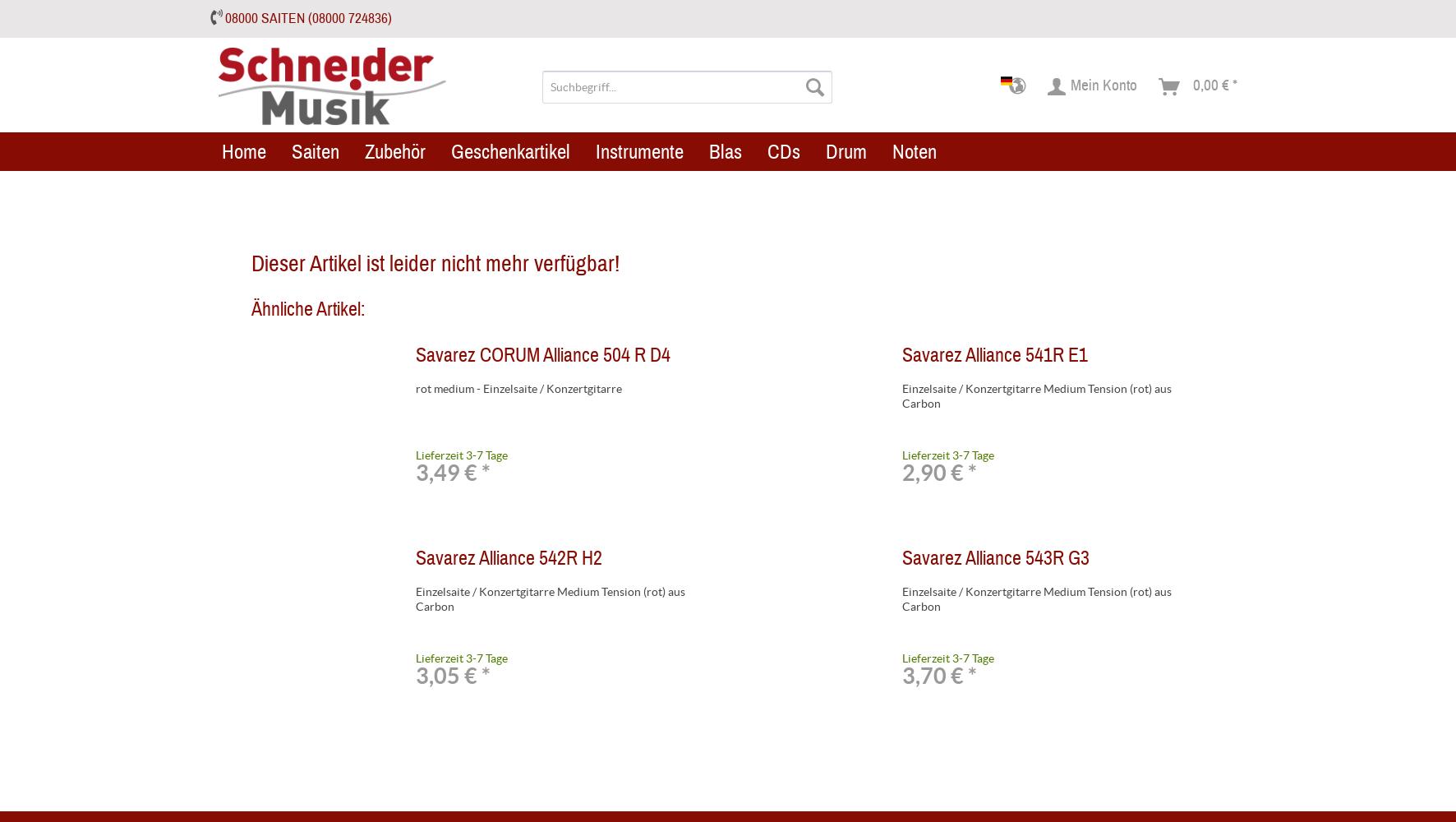 Image resolution: width=1456 pixels, height=822 pixels. I want to click on 'Produkte', so click(687, 153).